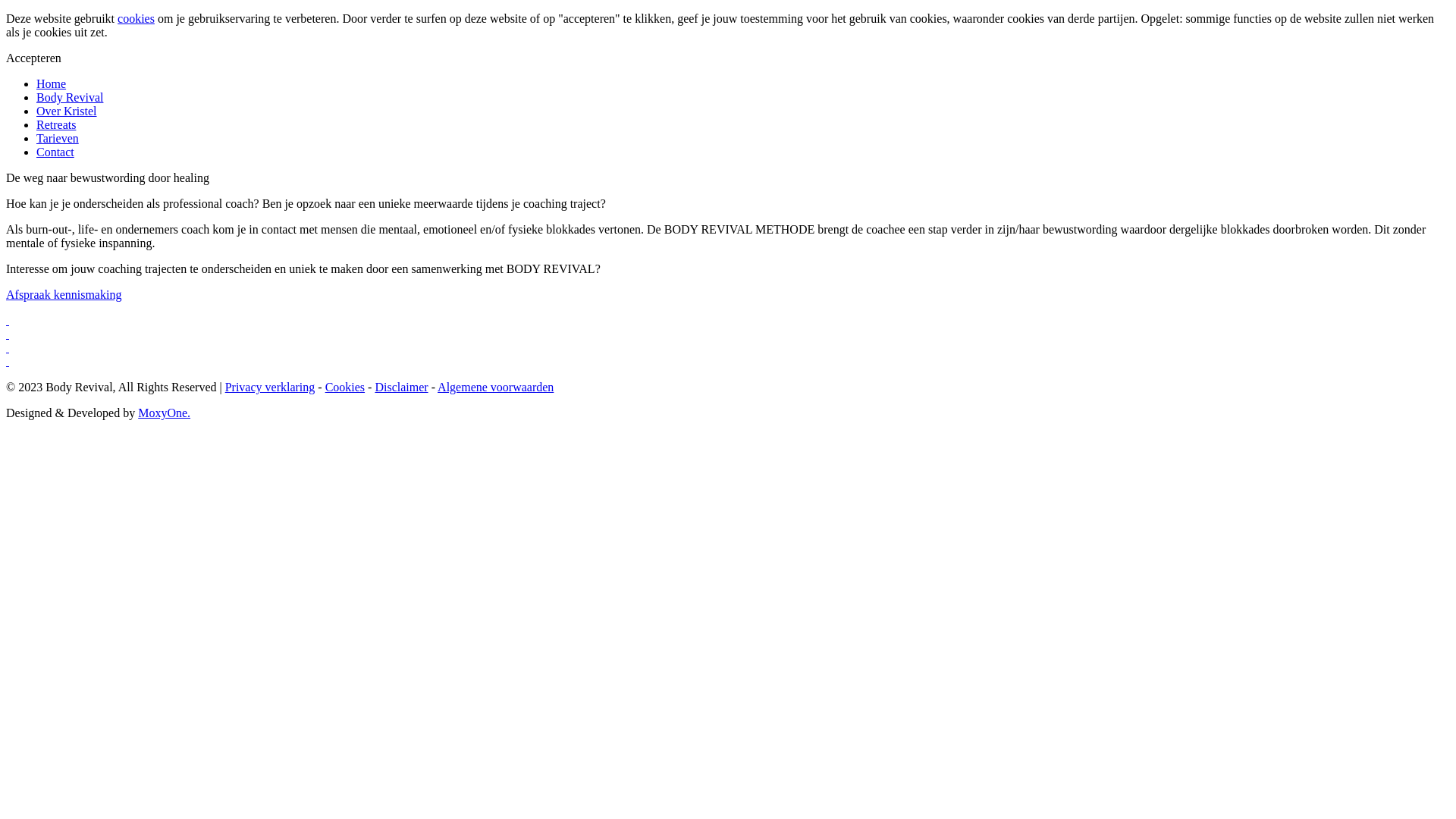  What do you see at coordinates (51, 83) in the screenshot?
I see `'Home'` at bounding box center [51, 83].